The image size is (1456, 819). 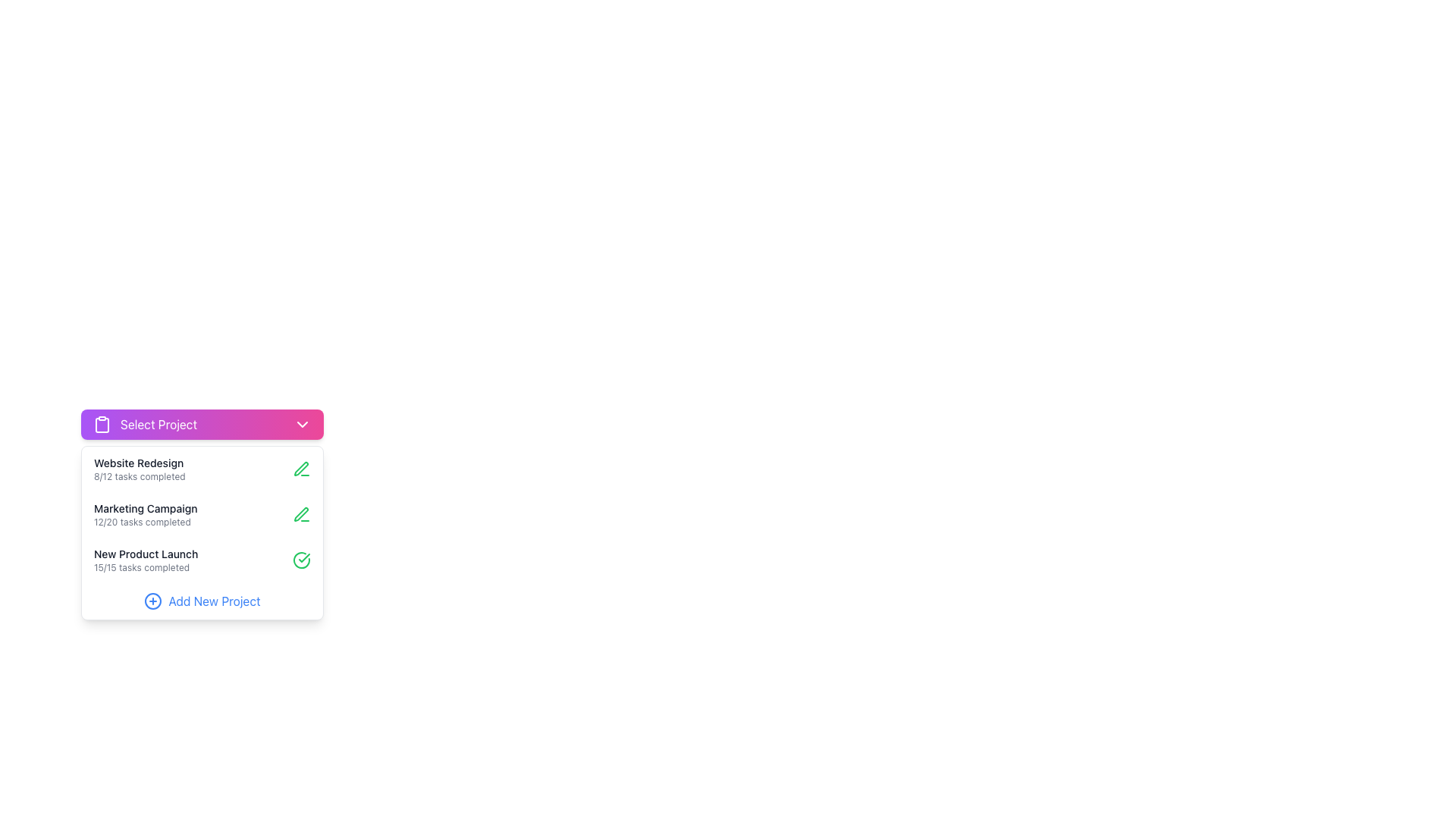 I want to click on the small green pen icon next to the 'Website Redesign' task item in the dropdown project selection menu, so click(x=301, y=513).